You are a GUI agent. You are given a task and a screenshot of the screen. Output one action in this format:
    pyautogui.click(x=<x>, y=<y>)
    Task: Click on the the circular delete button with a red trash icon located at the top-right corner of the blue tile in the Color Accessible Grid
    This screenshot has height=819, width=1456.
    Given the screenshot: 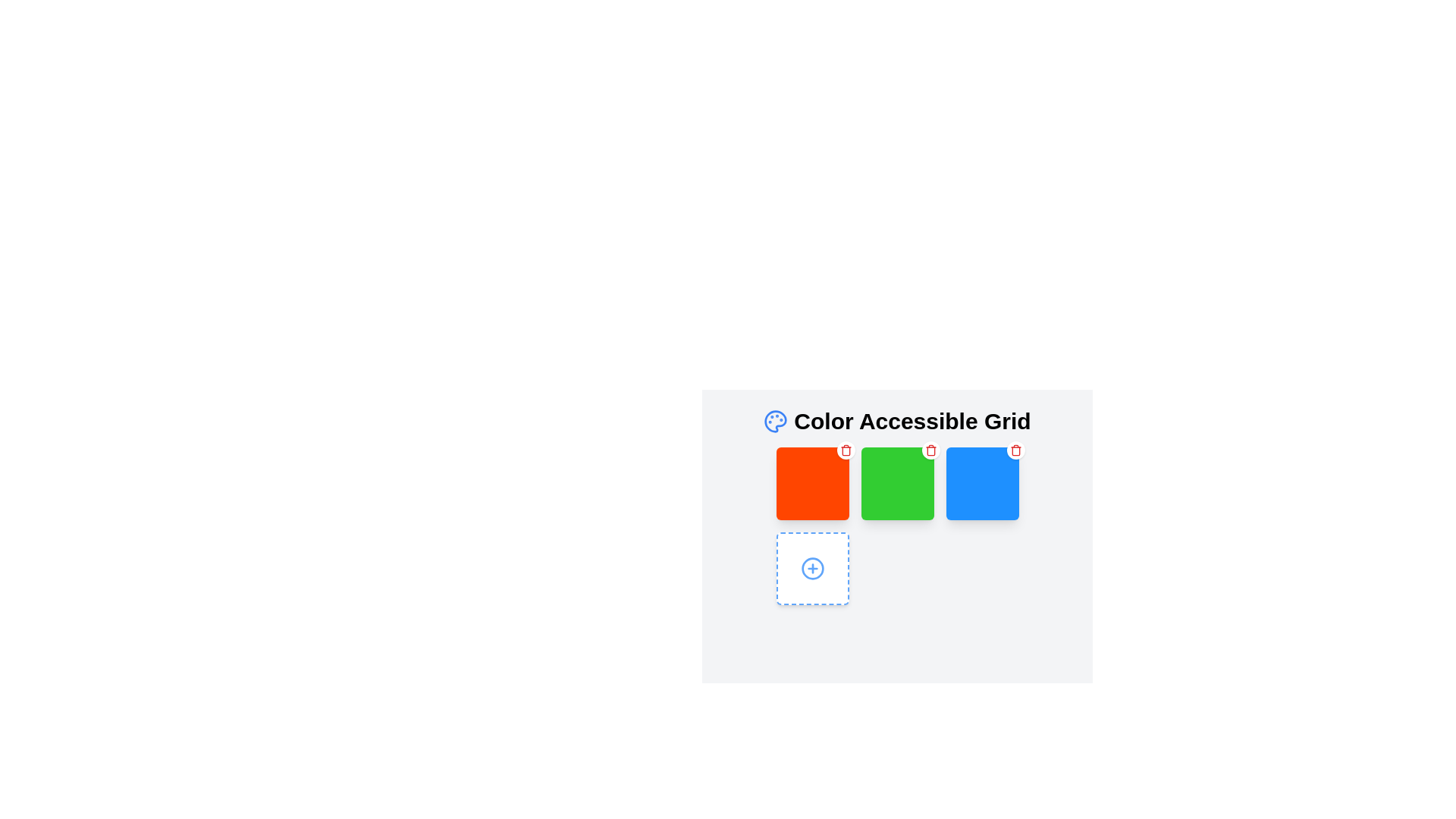 What is the action you would take?
    pyautogui.click(x=1015, y=450)
    